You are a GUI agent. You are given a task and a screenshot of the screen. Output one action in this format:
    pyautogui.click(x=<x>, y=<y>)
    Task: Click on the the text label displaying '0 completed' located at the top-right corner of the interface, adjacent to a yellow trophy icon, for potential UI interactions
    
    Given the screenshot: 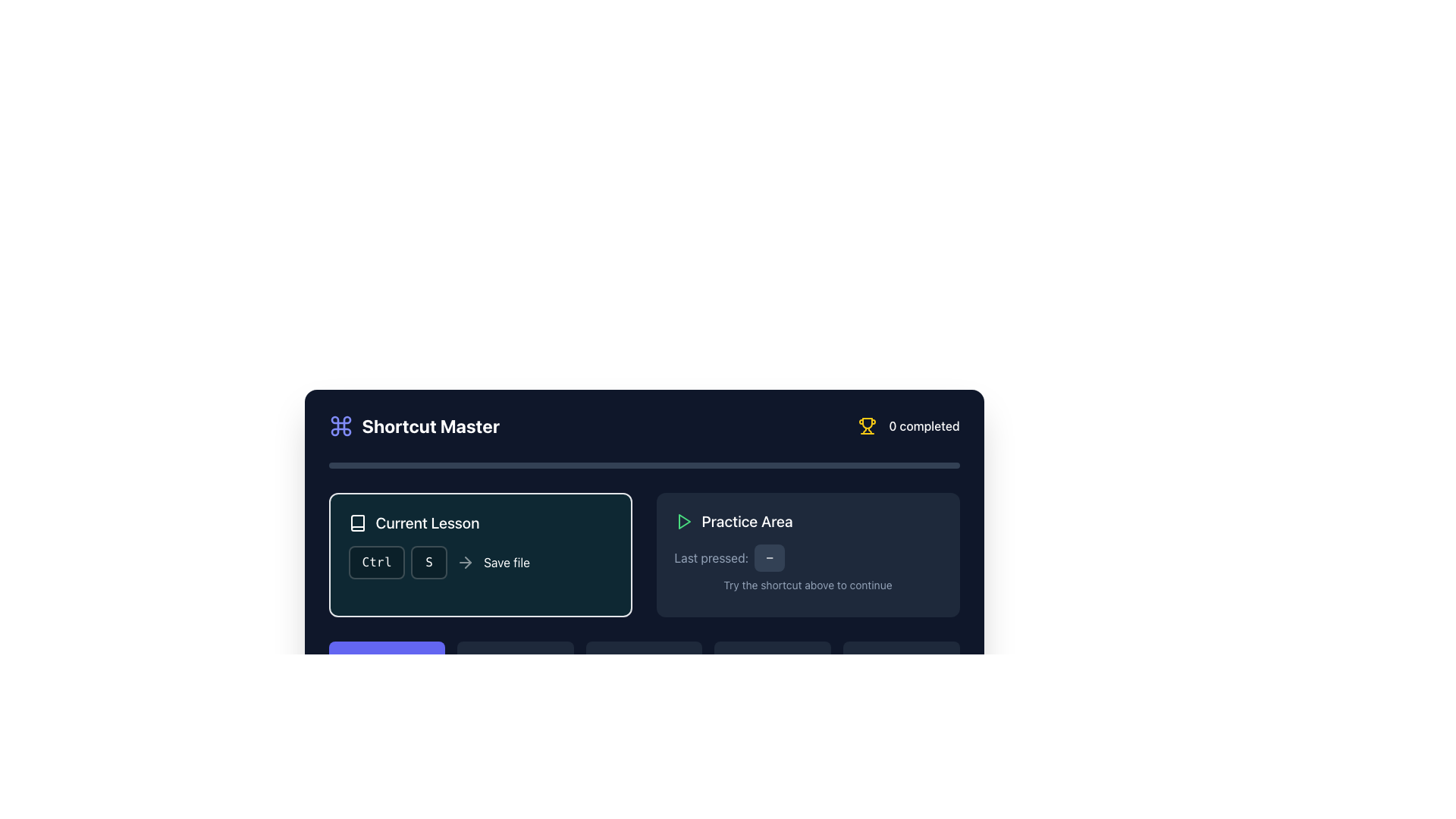 What is the action you would take?
    pyautogui.click(x=924, y=426)
    